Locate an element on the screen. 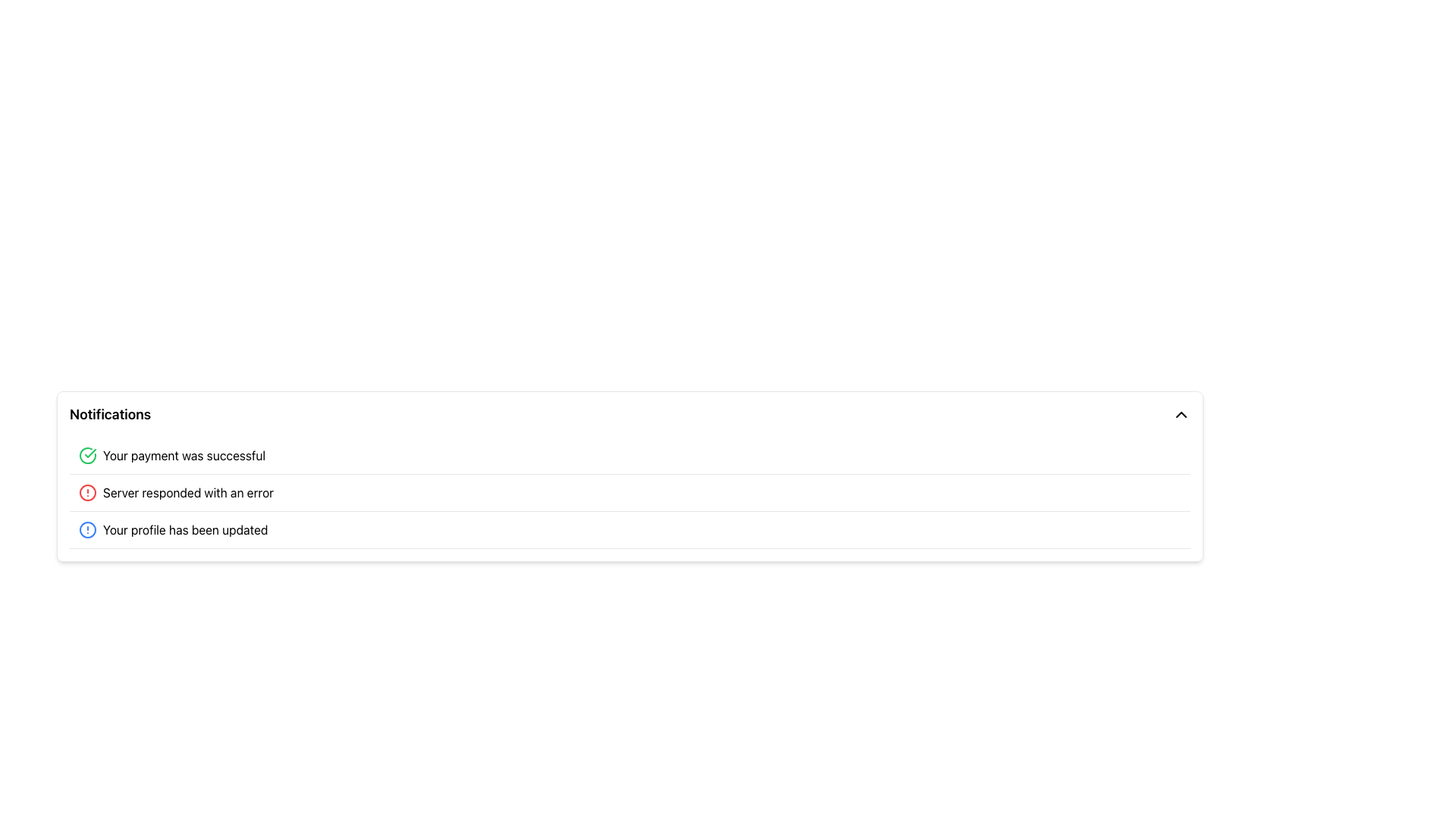 The height and width of the screenshot is (819, 1456). text of the label located at the top-left corner of the notification panel, which serves as the heading for that section is located at coordinates (109, 415).